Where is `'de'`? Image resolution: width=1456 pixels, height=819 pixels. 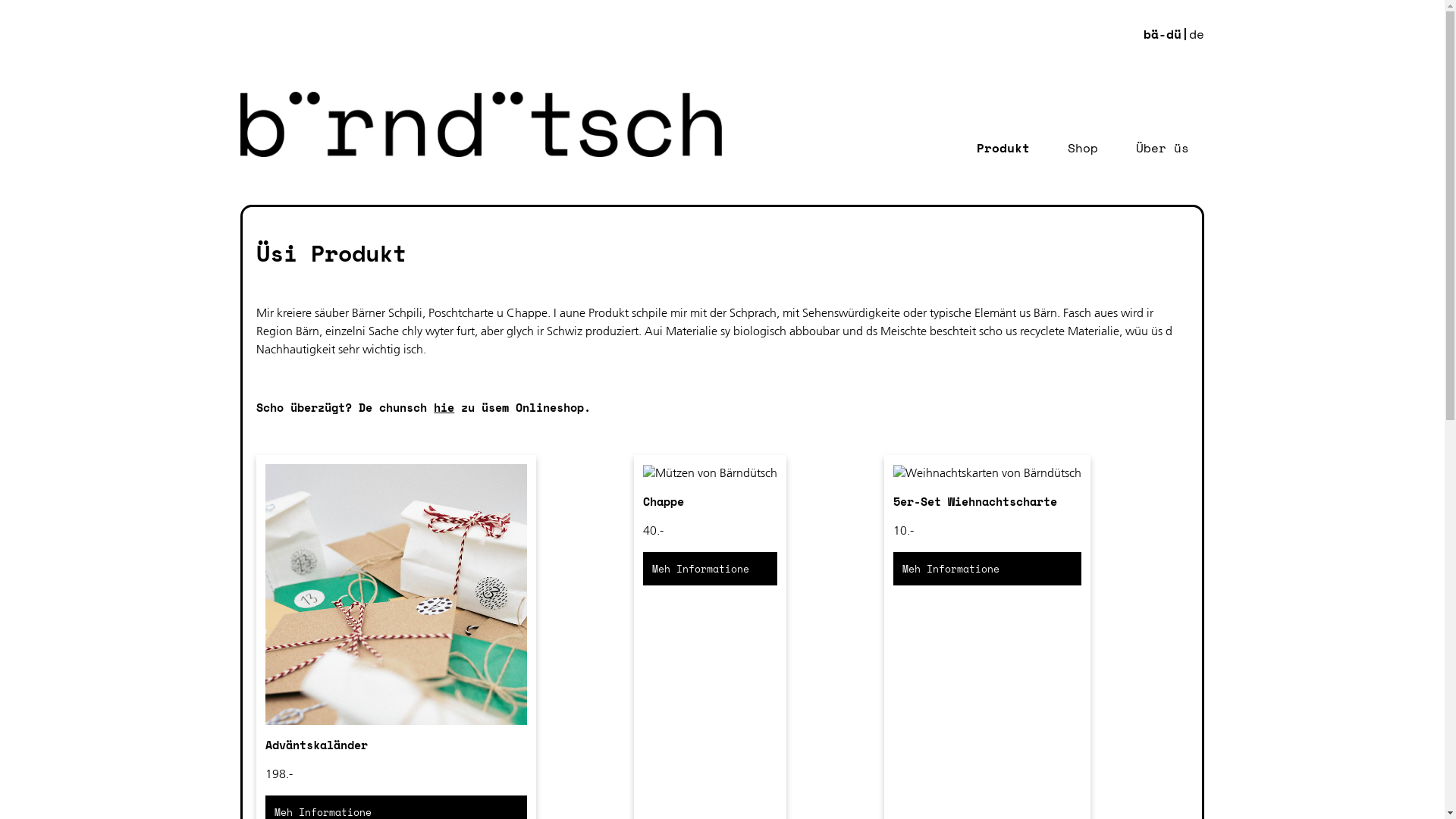 'de' is located at coordinates (1196, 34).